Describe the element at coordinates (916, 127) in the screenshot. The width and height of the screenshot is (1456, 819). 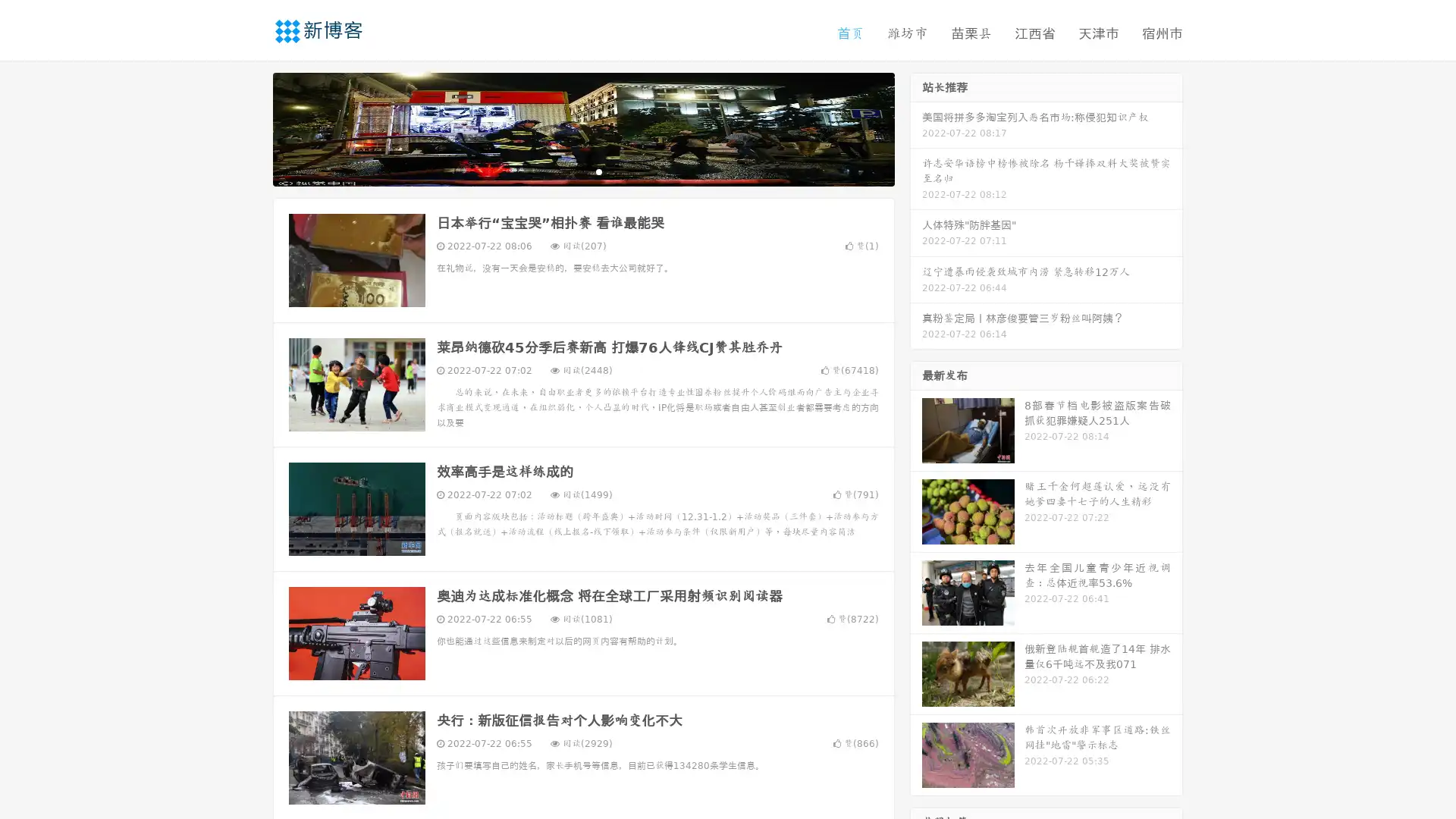
I see `Next slide` at that location.